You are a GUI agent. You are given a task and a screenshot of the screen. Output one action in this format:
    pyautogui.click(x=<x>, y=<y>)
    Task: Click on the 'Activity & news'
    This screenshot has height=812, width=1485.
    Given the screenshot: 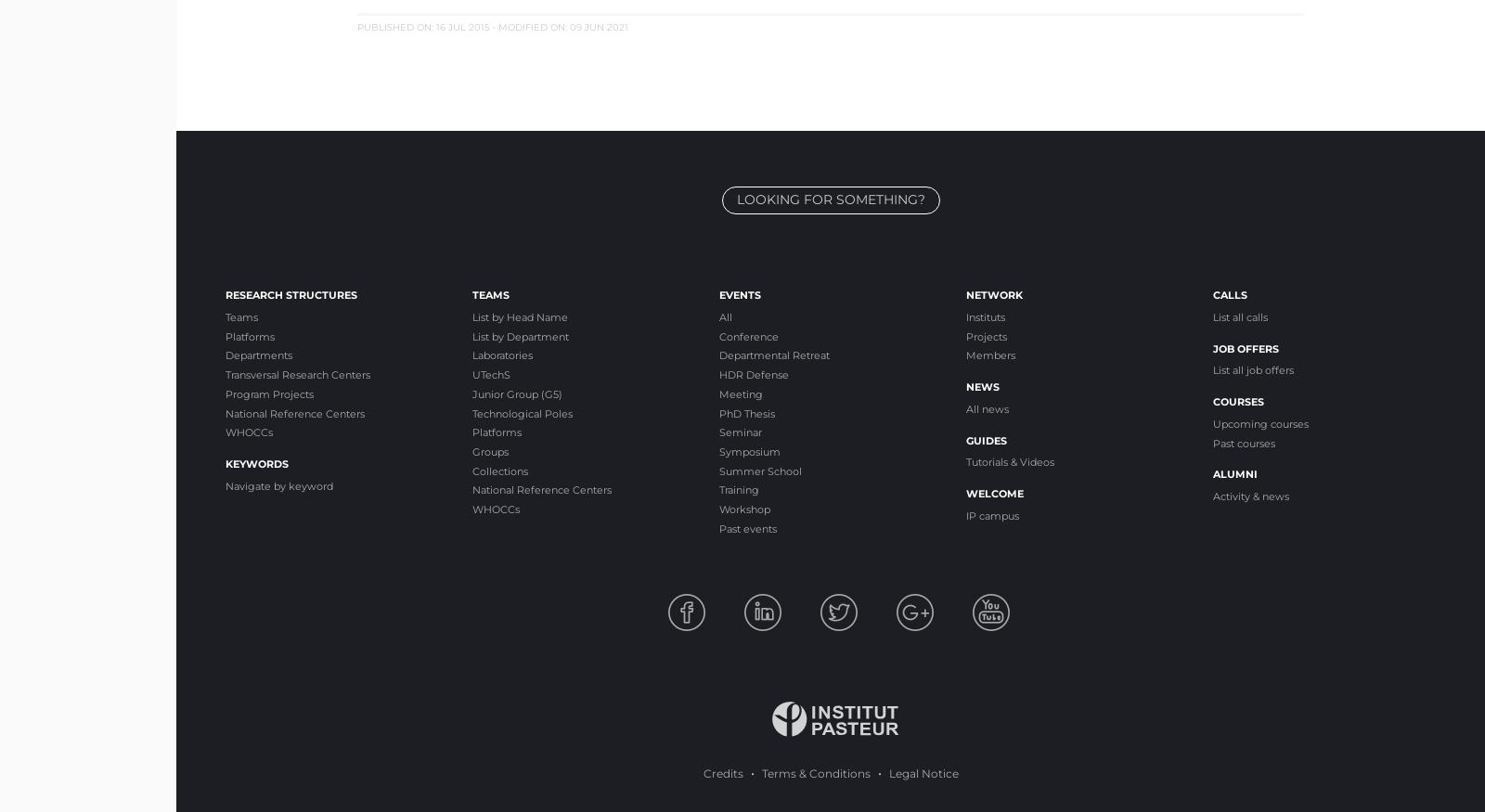 What is the action you would take?
    pyautogui.click(x=1250, y=495)
    